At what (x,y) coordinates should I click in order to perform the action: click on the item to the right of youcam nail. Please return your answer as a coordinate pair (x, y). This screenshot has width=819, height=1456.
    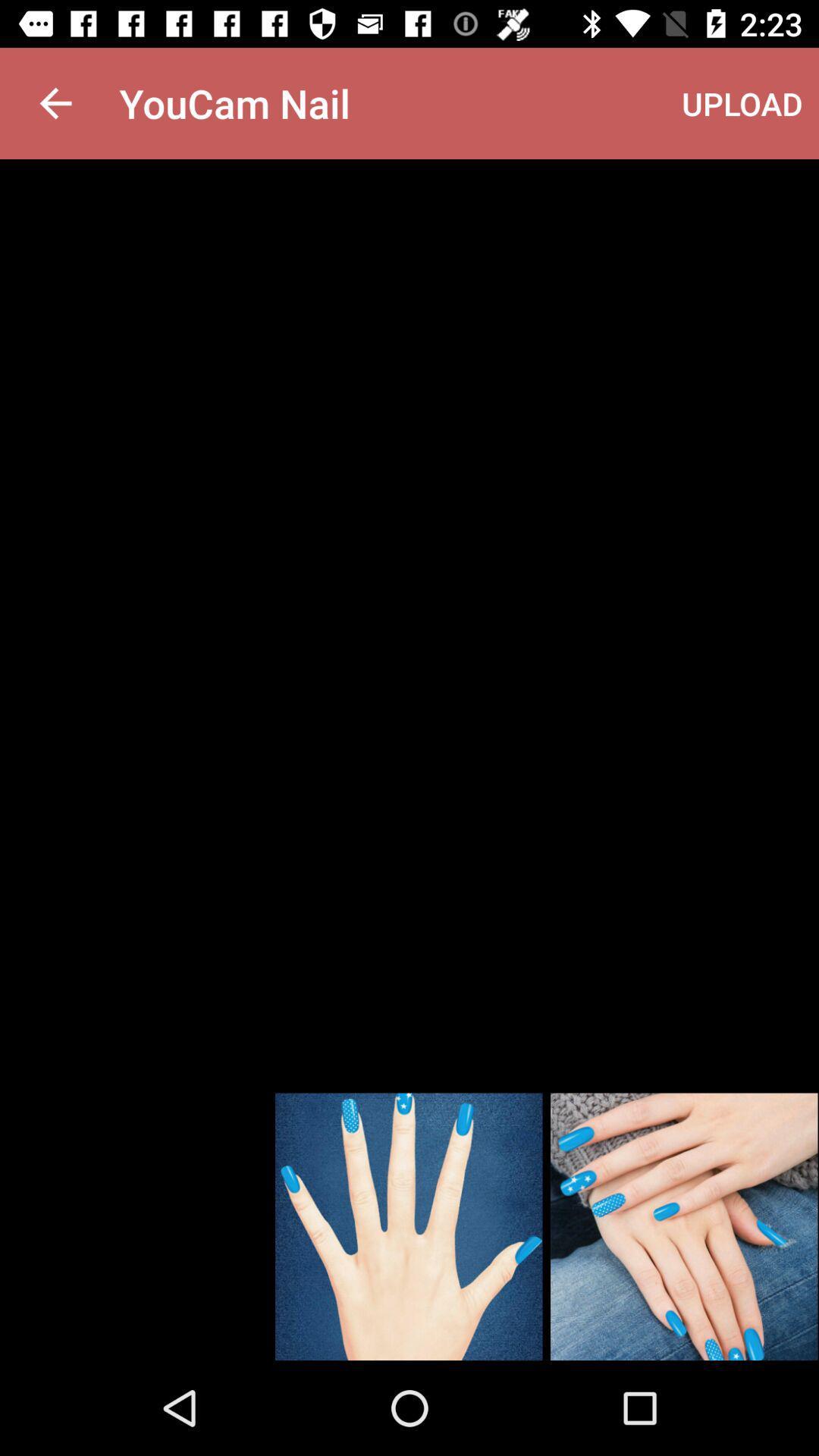
    Looking at the image, I should click on (742, 102).